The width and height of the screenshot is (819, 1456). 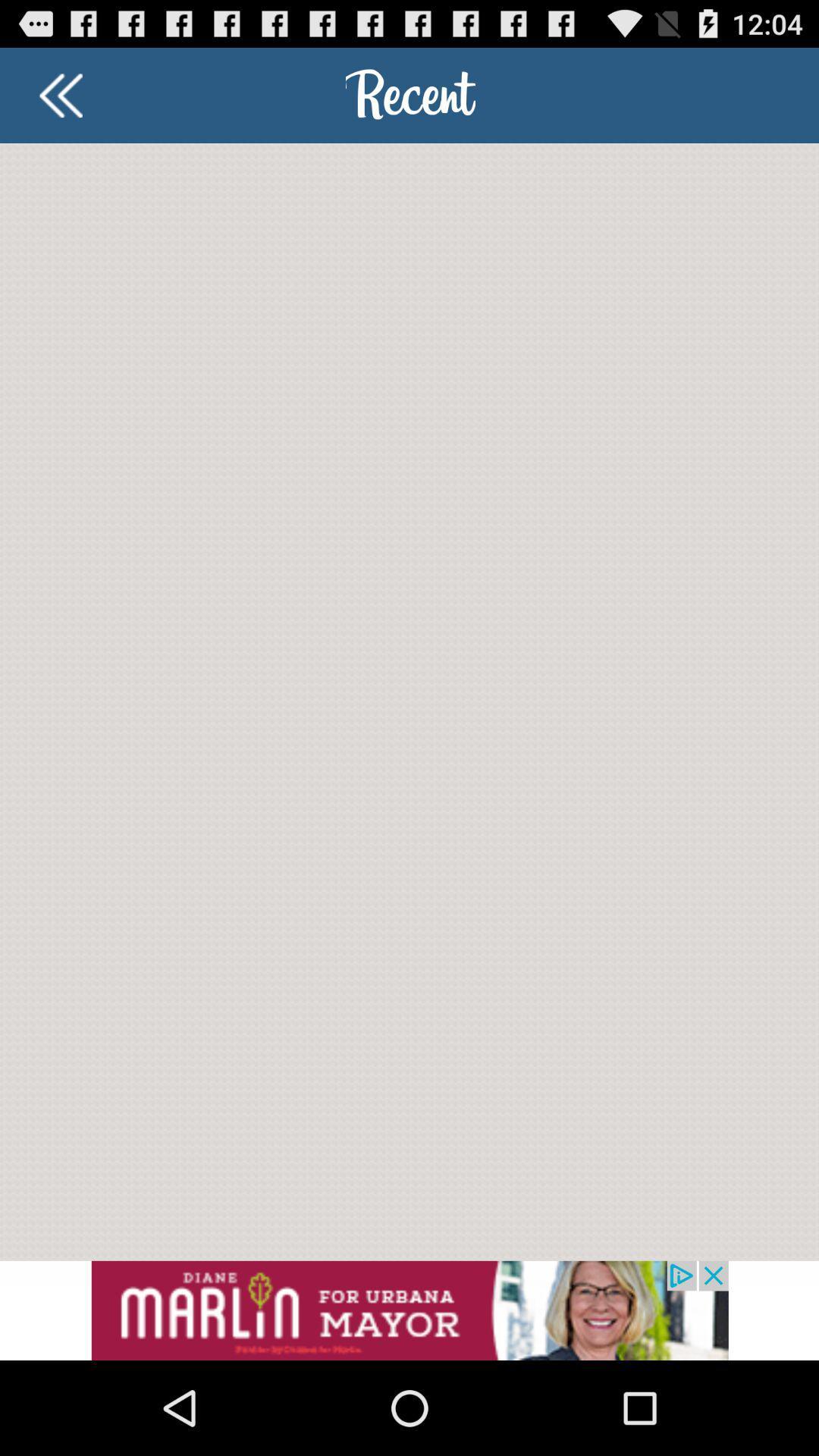 I want to click on the av_rewind icon, so click(x=60, y=101).